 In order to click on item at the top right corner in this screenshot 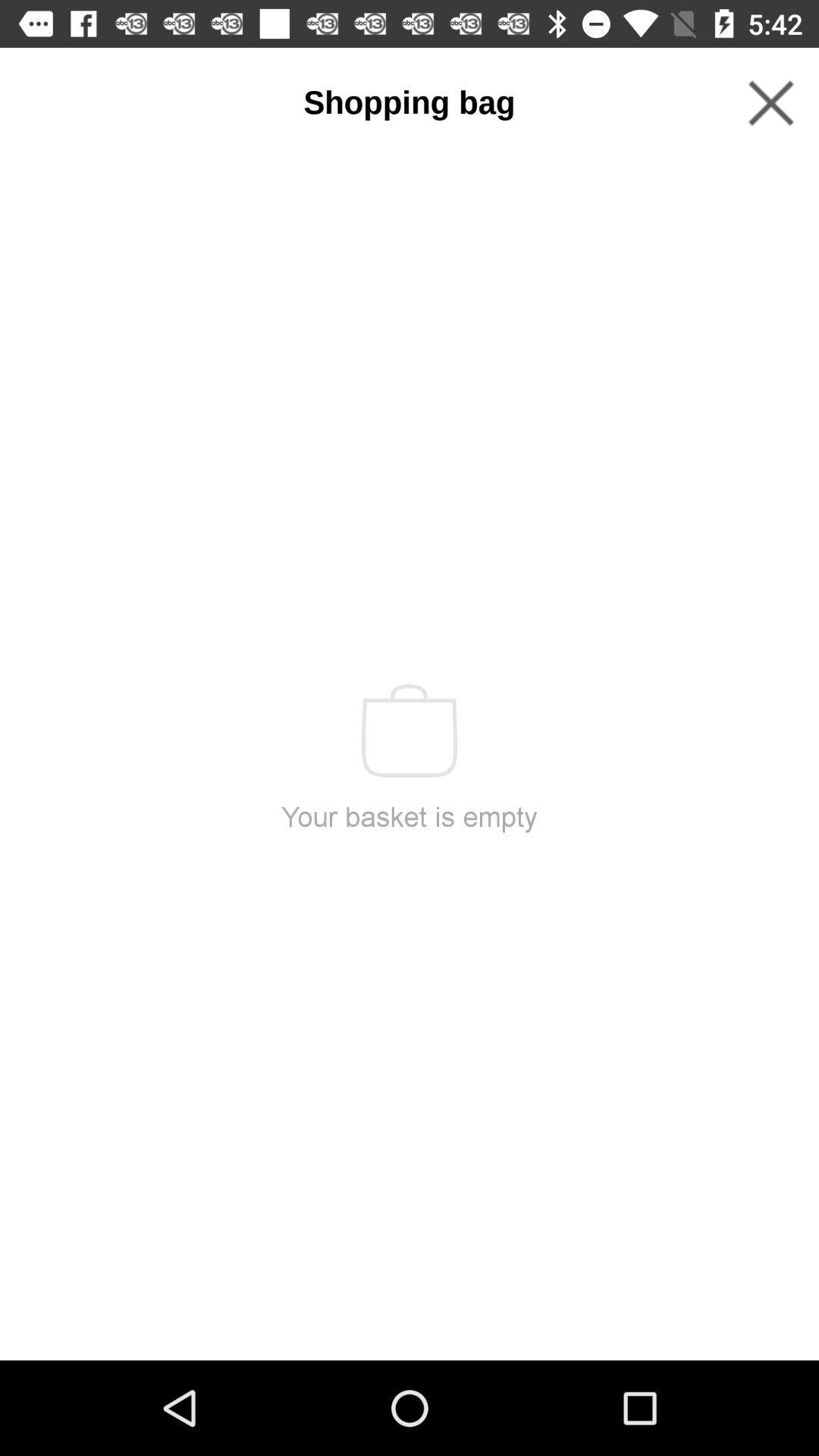, I will do `click(771, 102)`.